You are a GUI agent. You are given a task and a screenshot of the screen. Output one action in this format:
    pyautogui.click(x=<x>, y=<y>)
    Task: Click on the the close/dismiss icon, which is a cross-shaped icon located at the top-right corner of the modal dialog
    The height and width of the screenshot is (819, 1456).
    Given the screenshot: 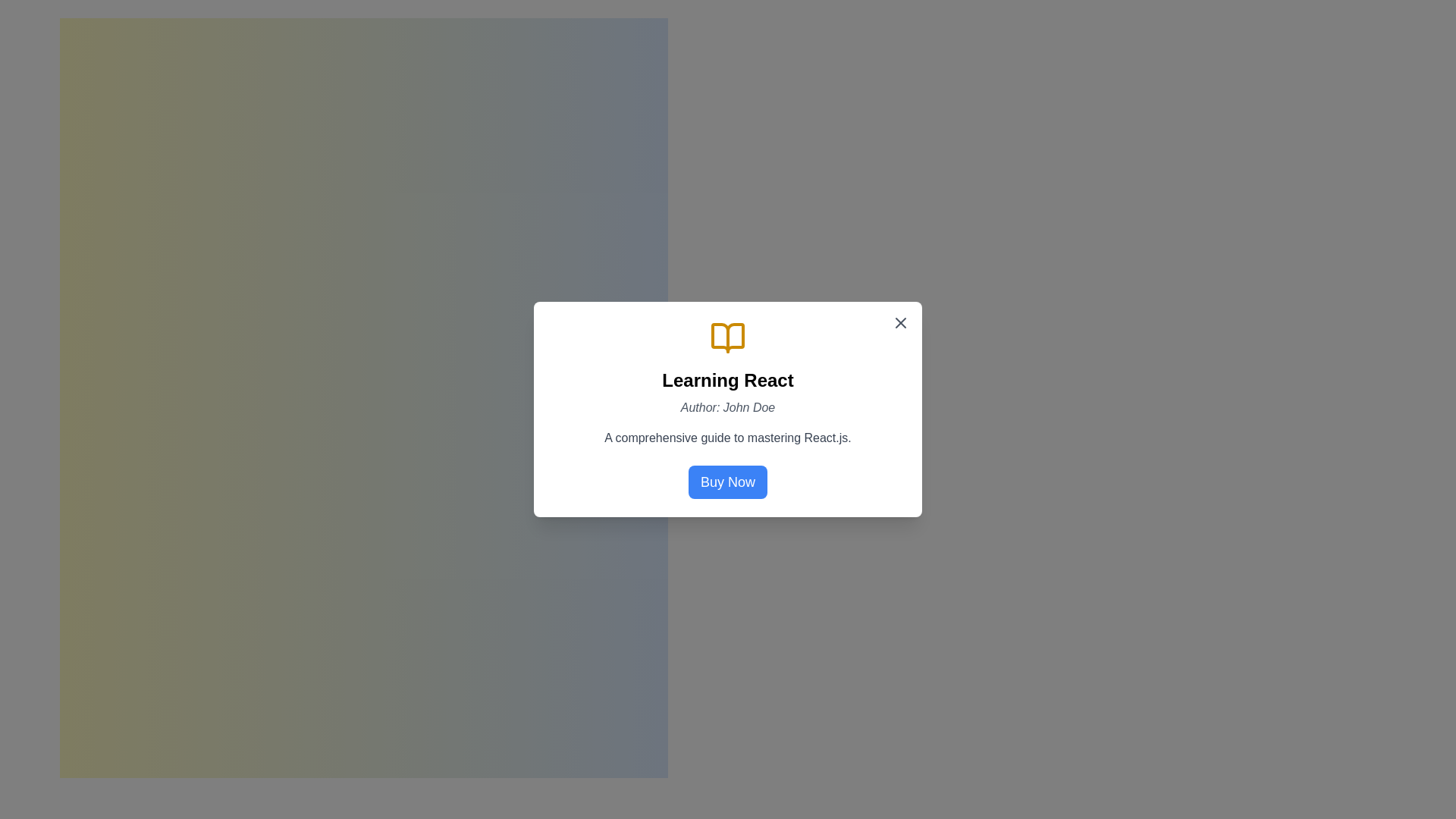 What is the action you would take?
    pyautogui.click(x=901, y=322)
    